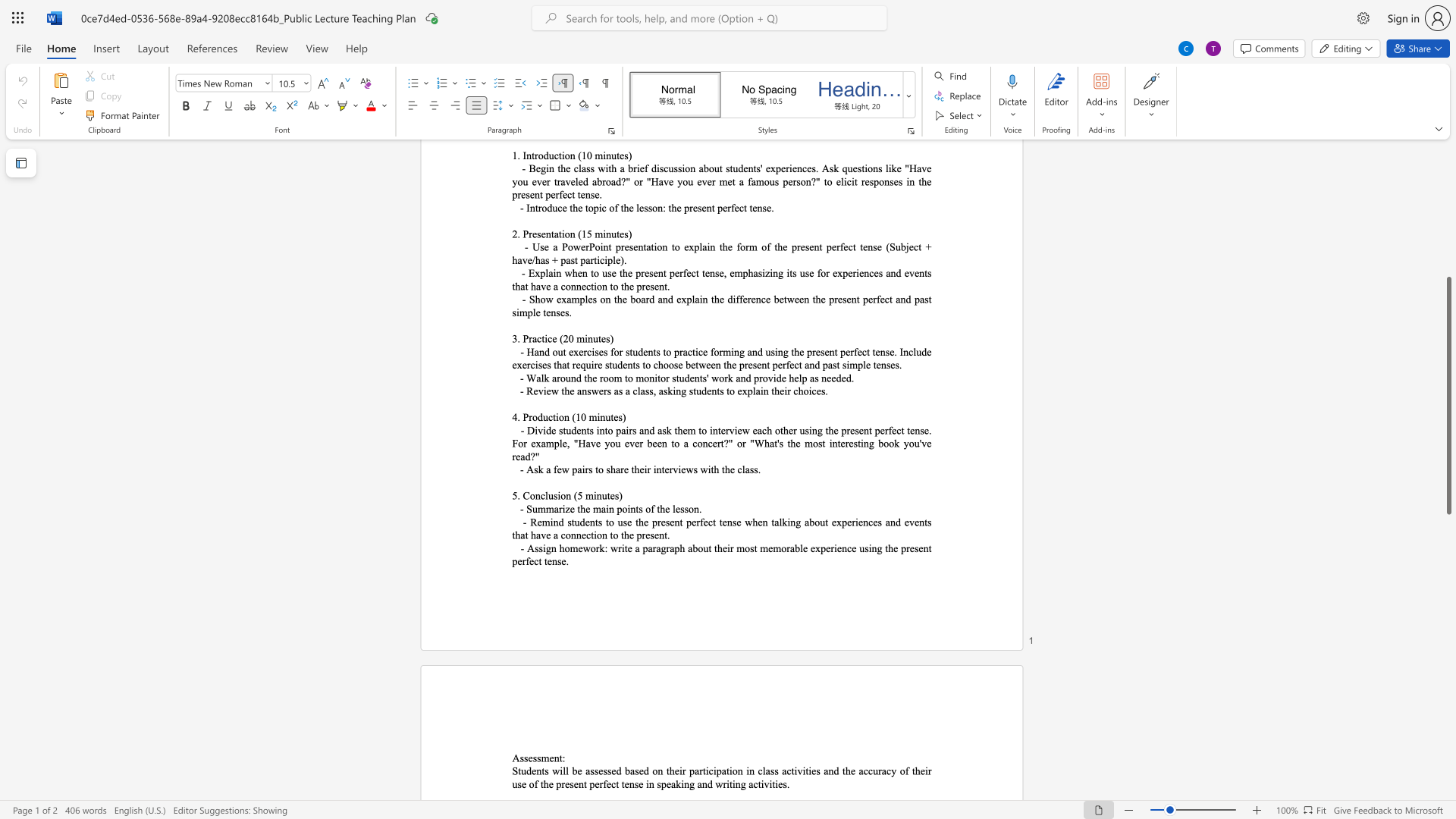 This screenshot has width=1456, height=819. What do you see at coordinates (745, 469) in the screenshot?
I see `the space between the continuous character "l" and "a" in the text` at bounding box center [745, 469].